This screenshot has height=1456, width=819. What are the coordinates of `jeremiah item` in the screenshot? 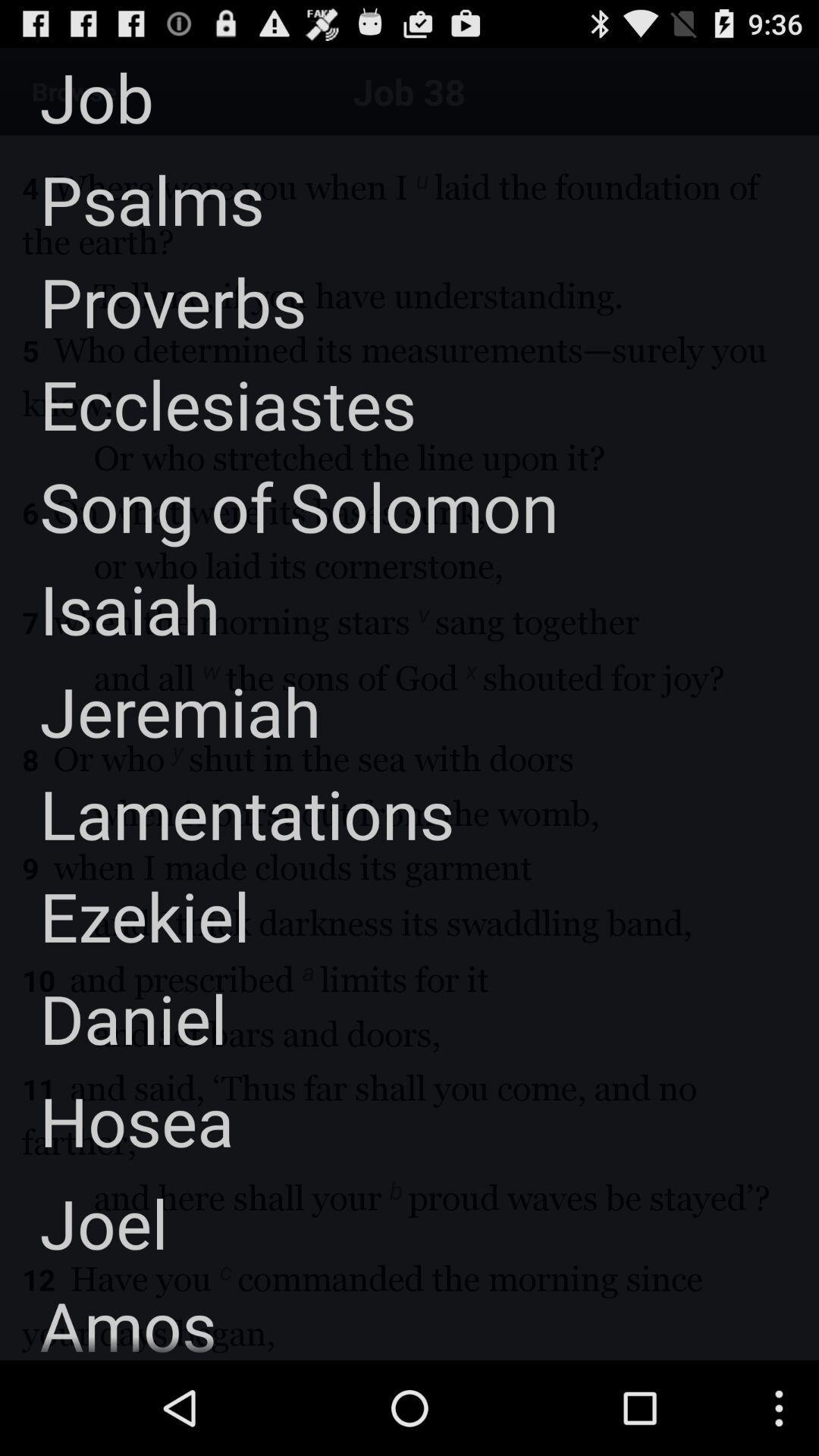 It's located at (160, 710).